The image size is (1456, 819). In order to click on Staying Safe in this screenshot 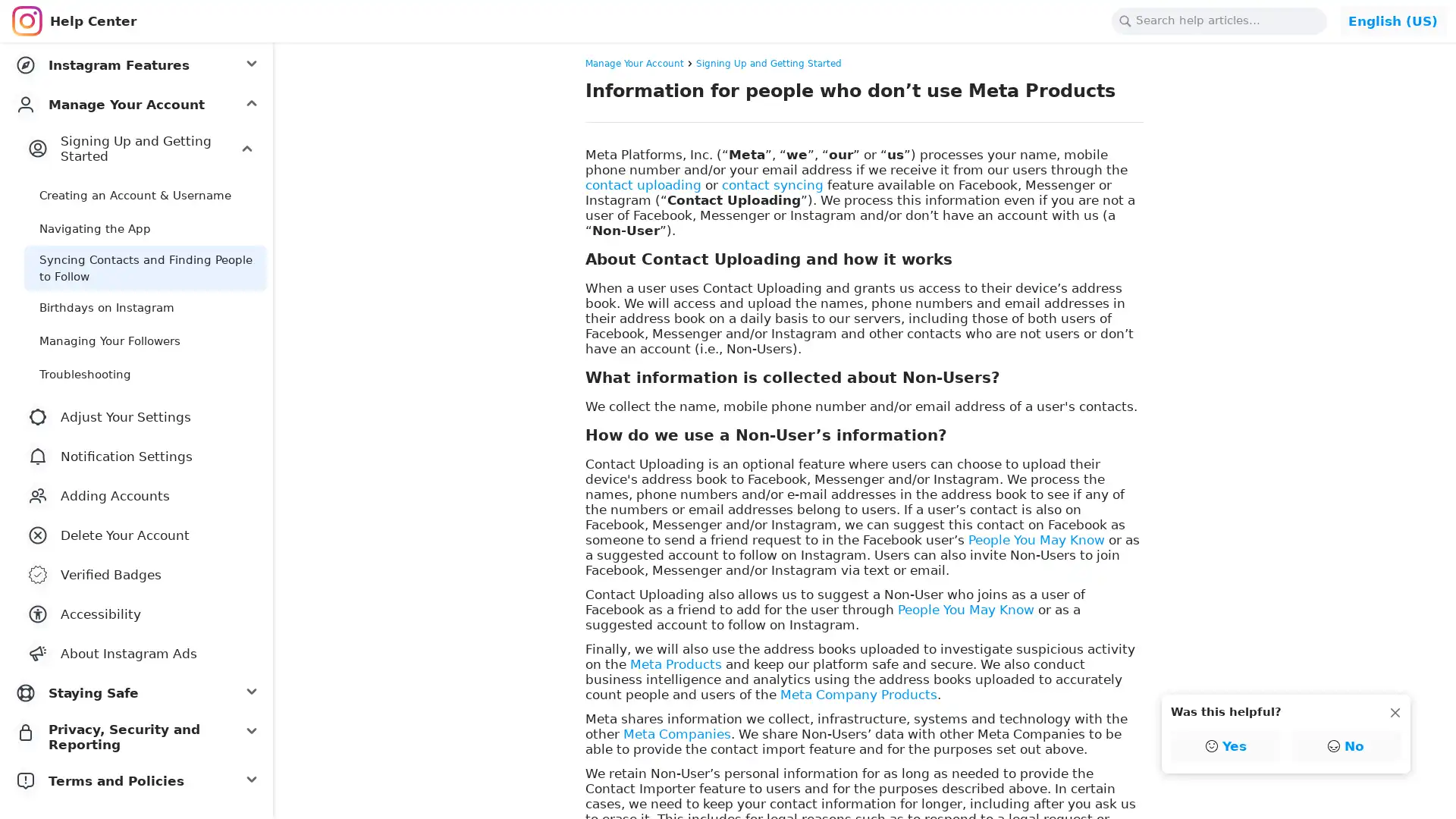, I will do `click(136, 692)`.